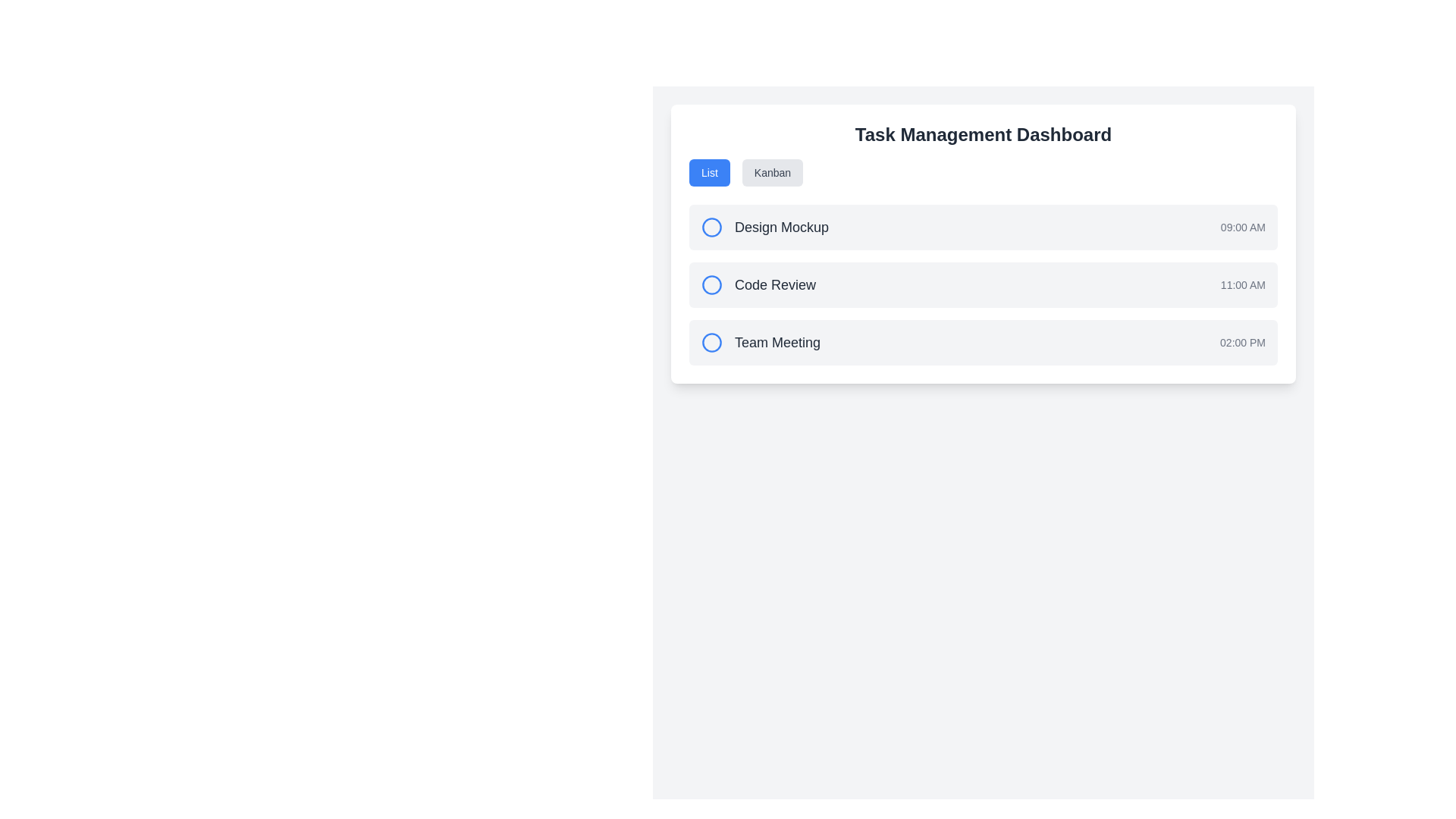  What do you see at coordinates (775, 284) in the screenshot?
I see `the 'Code Review' text label, which is styled with a medium weight font and grayish color, positioned among other task items in a vertical stack` at bounding box center [775, 284].